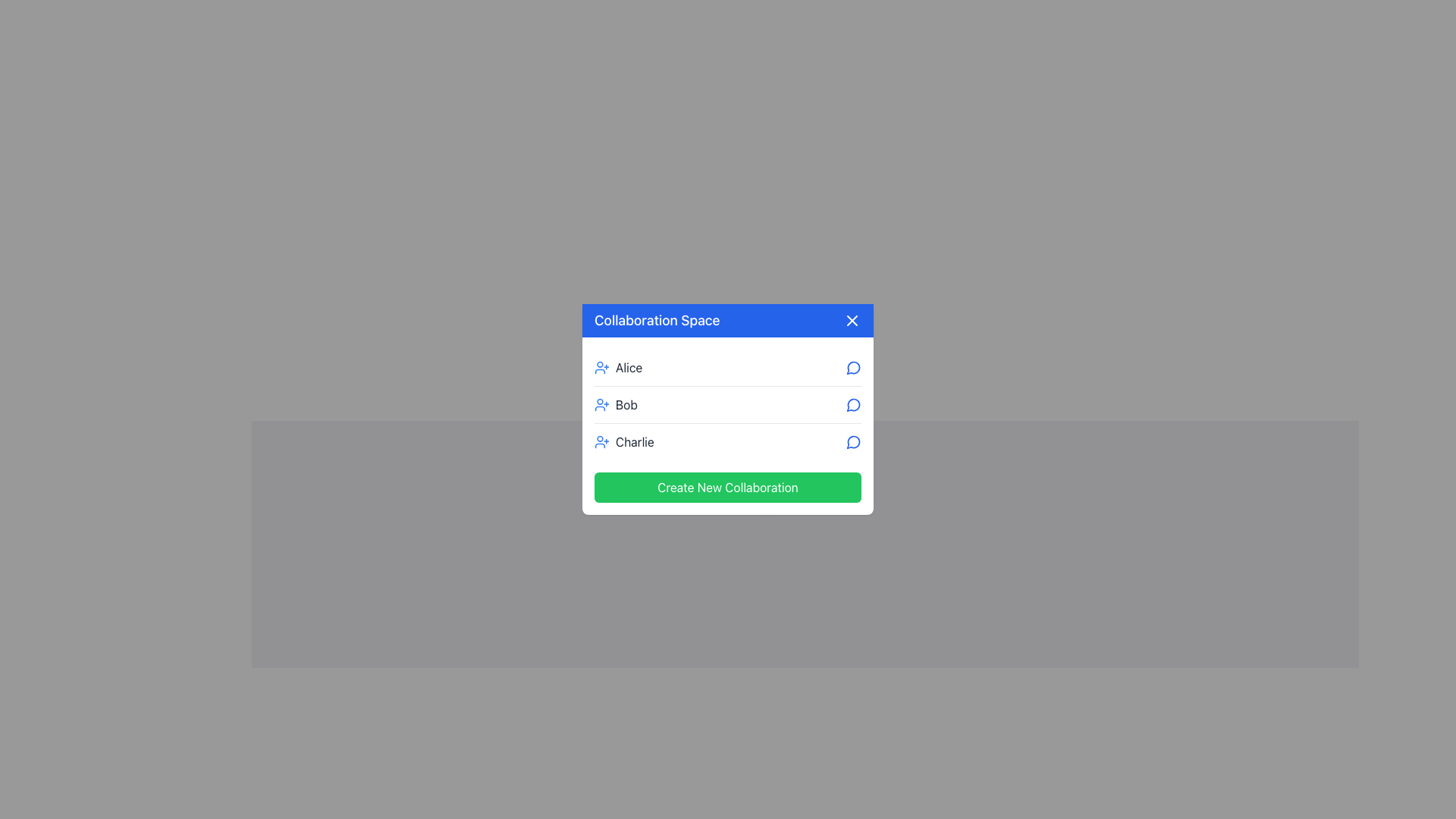  Describe the element at coordinates (728, 368) in the screenshot. I see `the entire user row labeled 'Alice'` at that location.